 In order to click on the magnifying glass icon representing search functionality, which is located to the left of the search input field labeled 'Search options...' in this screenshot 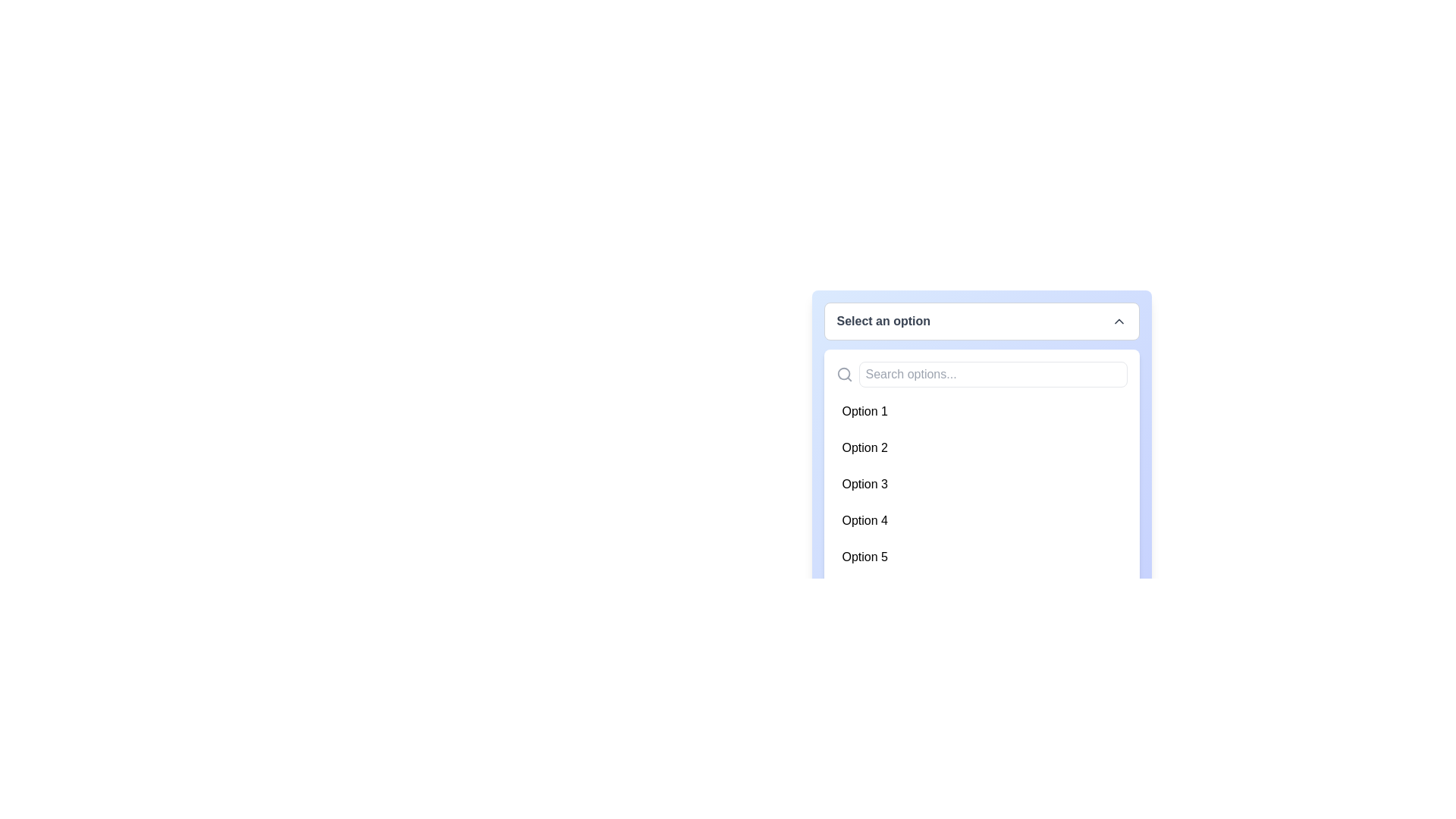, I will do `click(843, 374)`.